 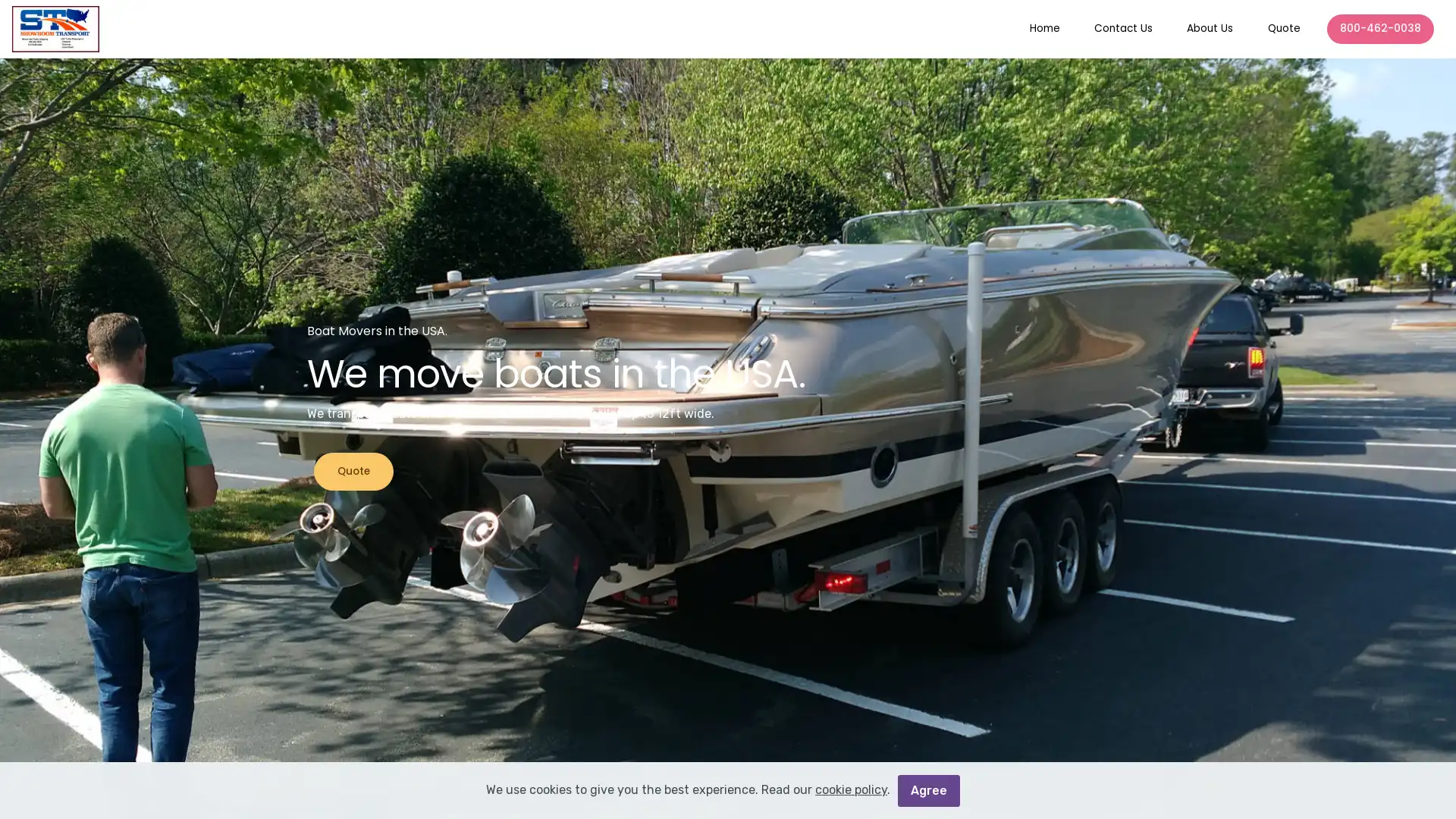 I want to click on Agree, so click(x=927, y=789).